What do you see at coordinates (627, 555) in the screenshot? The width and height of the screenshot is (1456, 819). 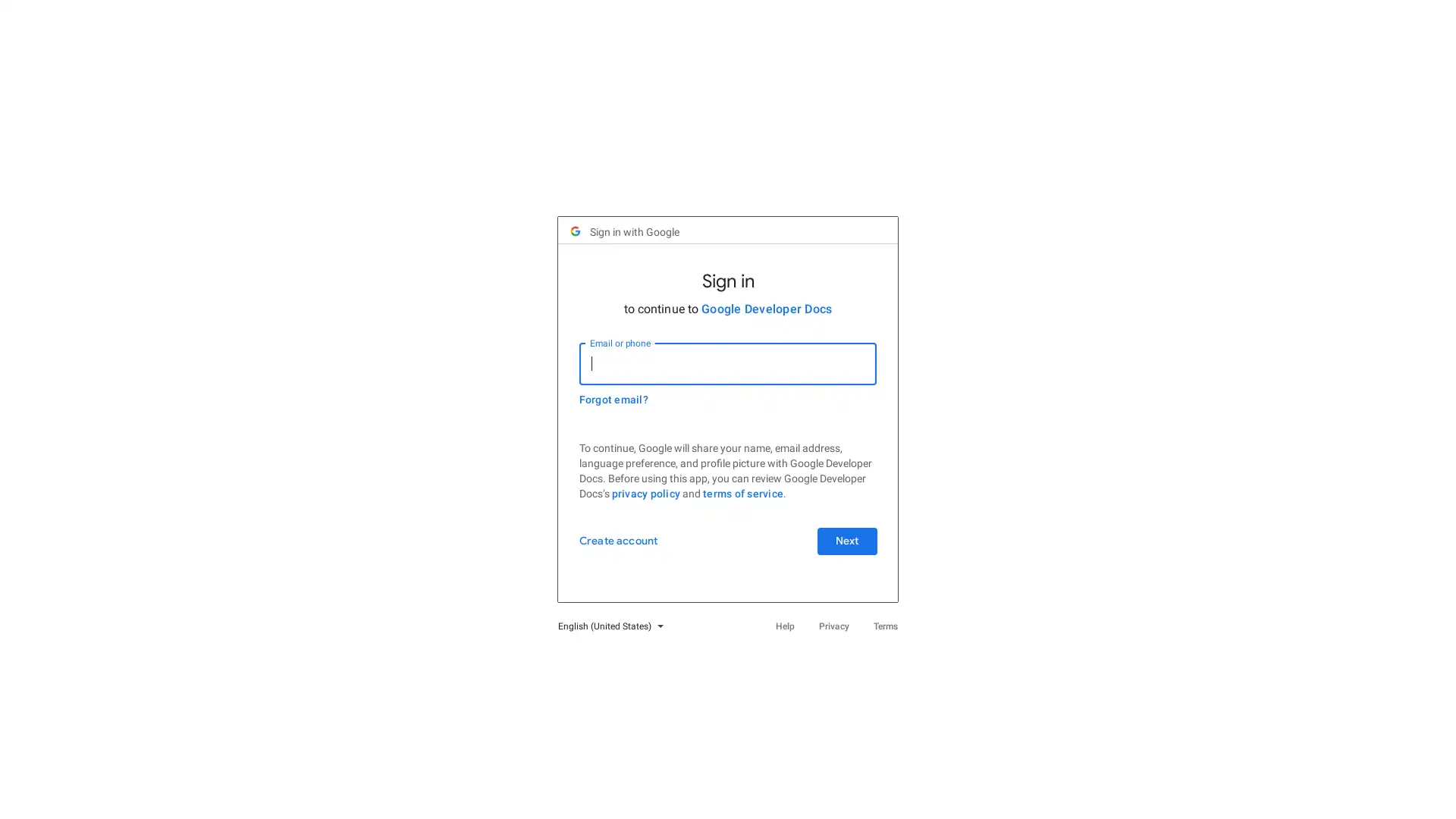 I see `Create account` at bounding box center [627, 555].